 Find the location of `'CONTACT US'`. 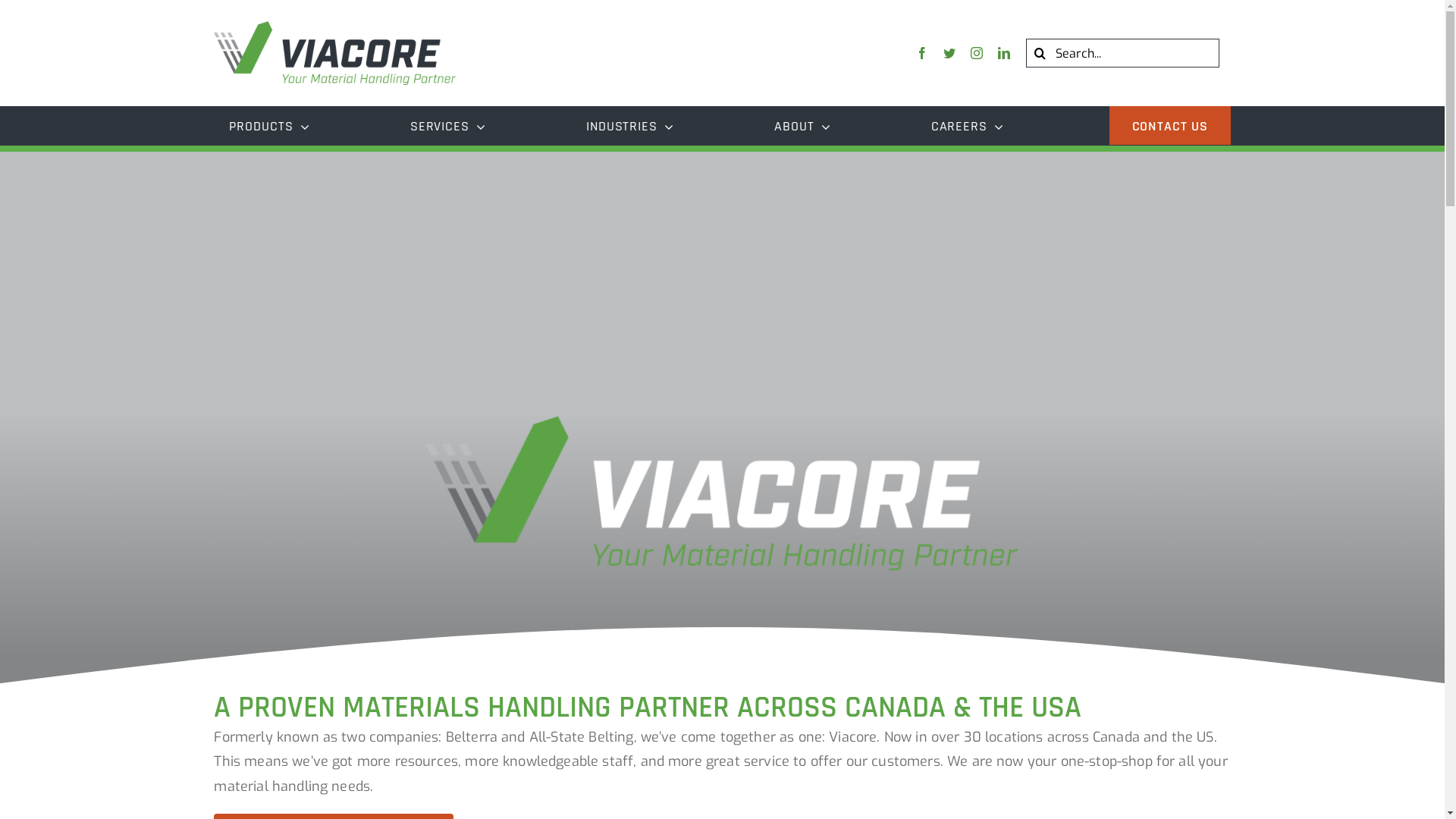

'CONTACT US' is located at coordinates (1109, 124).